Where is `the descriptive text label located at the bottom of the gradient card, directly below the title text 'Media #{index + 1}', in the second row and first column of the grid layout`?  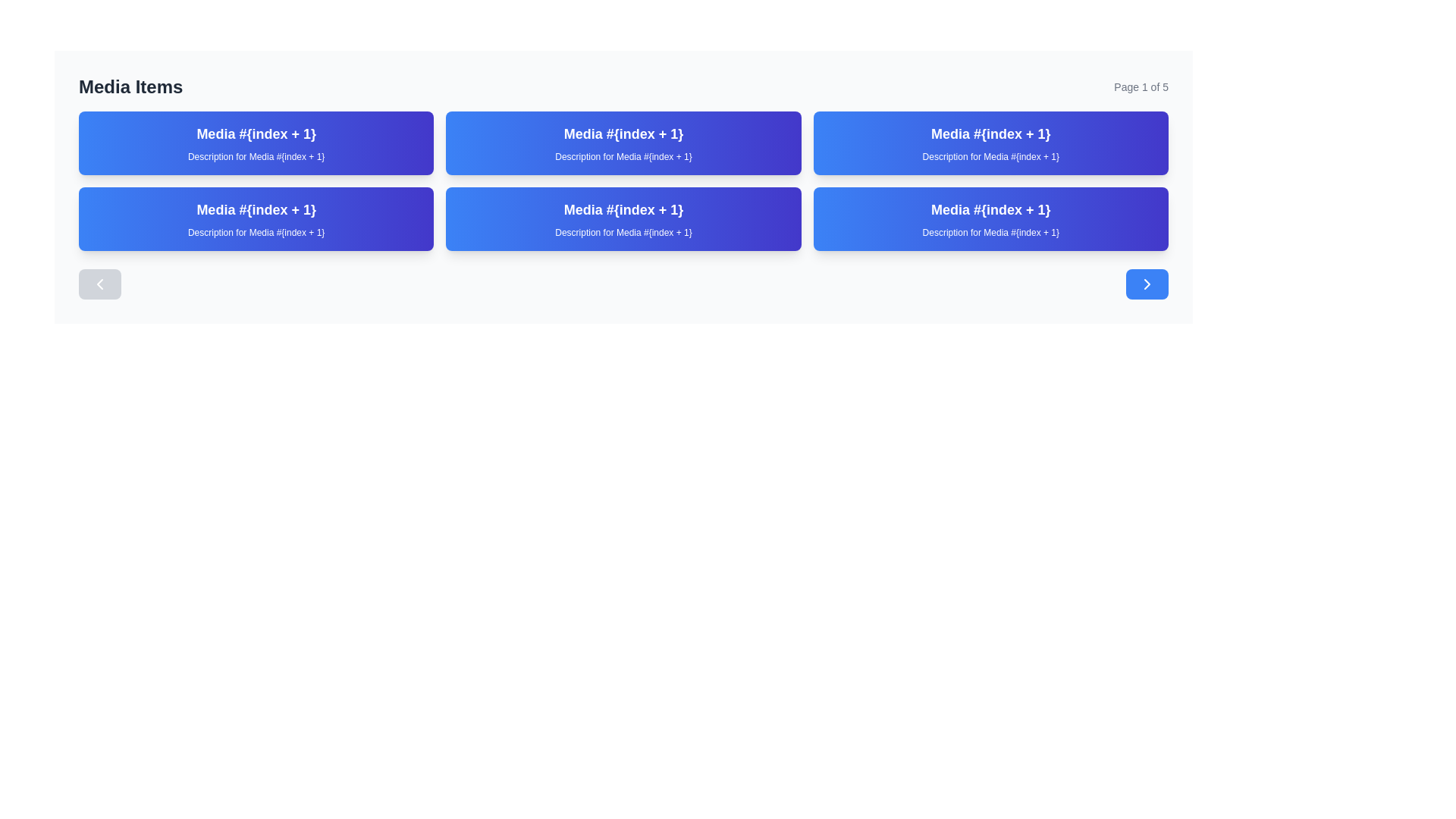 the descriptive text label located at the bottom of the gradient card, directly below the title text 'Media #{index + 1}', in the second row and first column of the grid layout is located at coordinates (256, 233).